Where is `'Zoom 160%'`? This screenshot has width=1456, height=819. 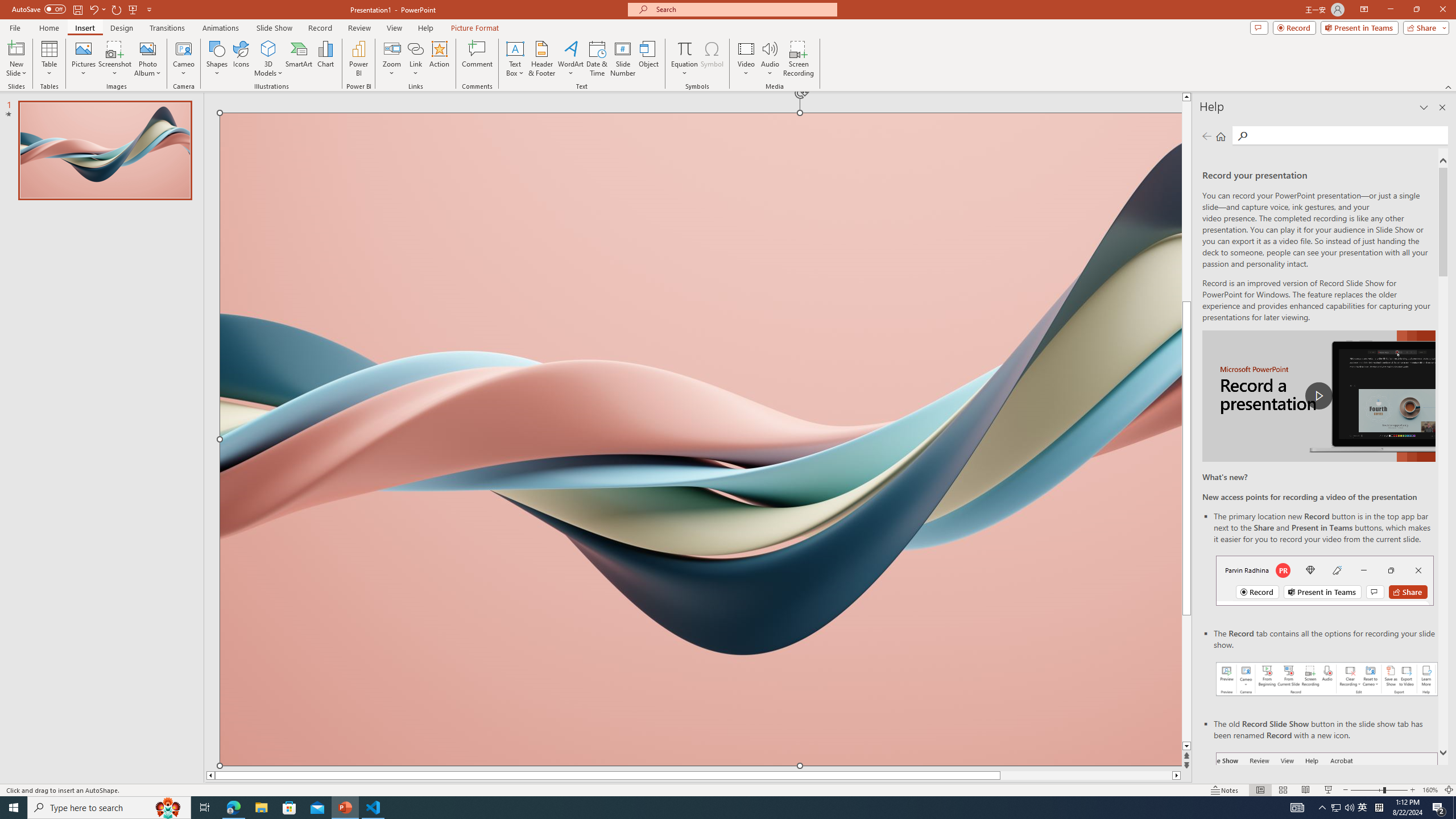
'Zoom 160%' is located at coordinates (1430, 790).